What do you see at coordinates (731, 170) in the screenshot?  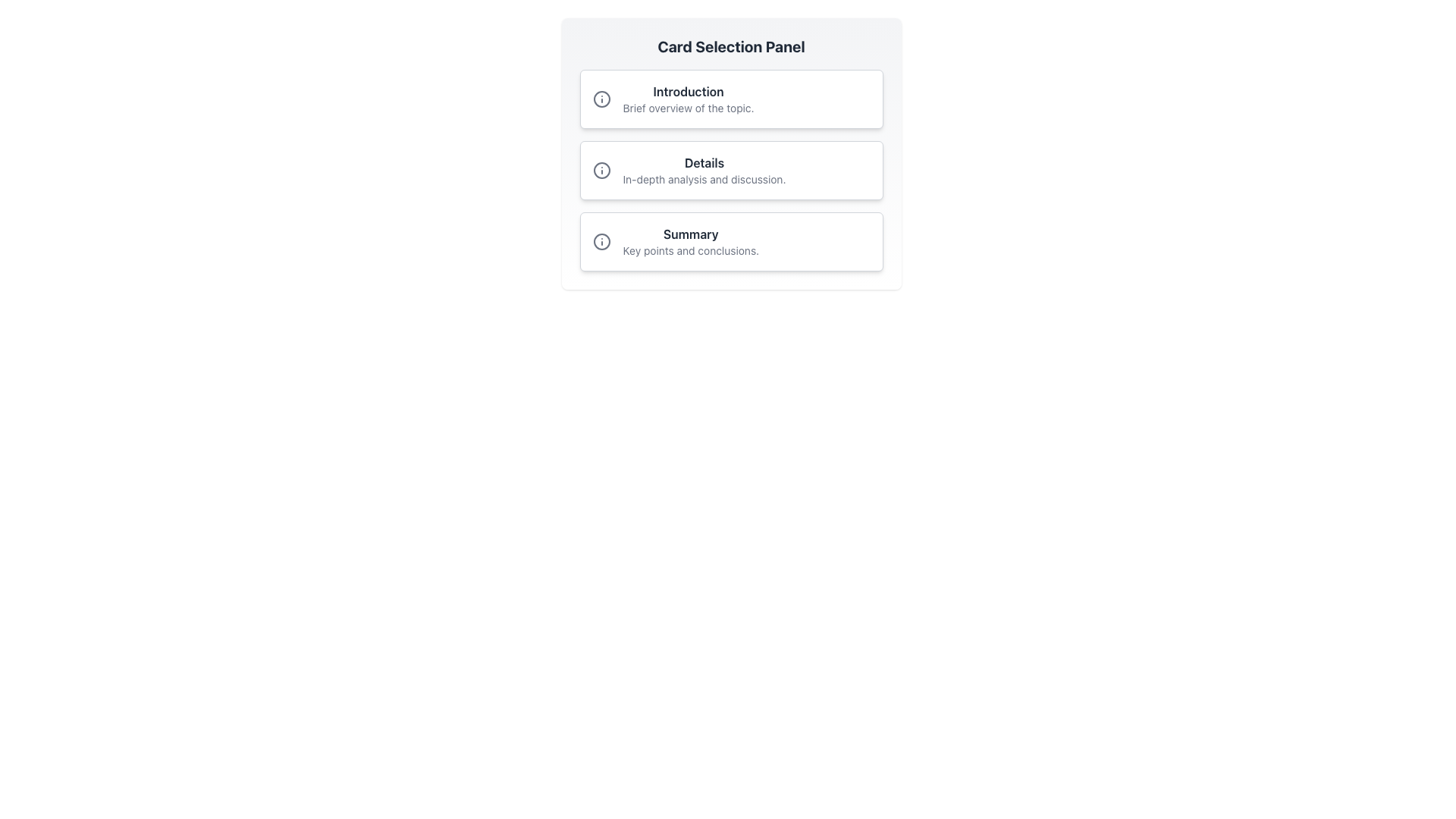 I see `on the second card labeled 'Details' which contains an information icon and provides in-depth analysis and discussion` at bounding box center [731, 170].